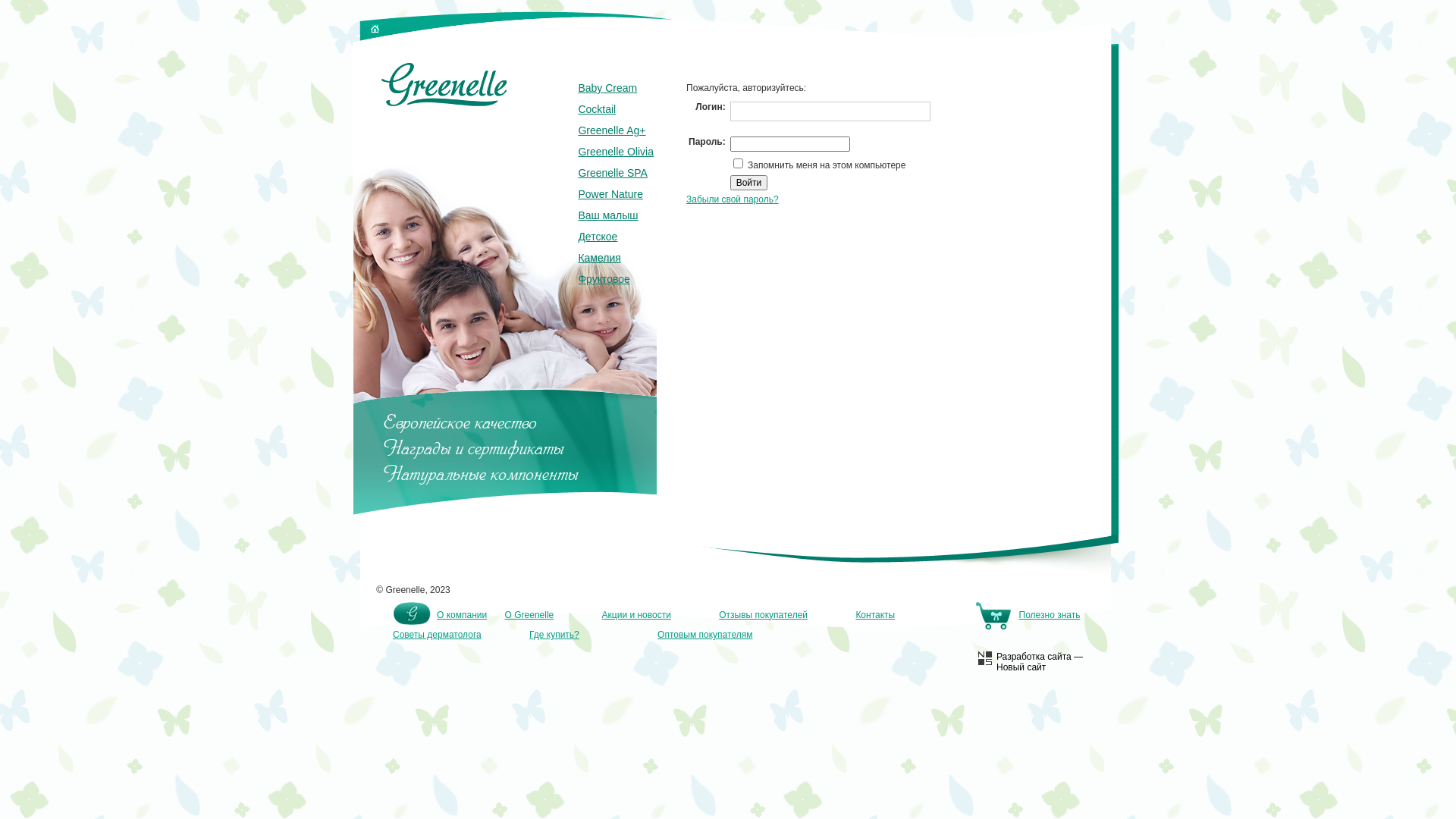 The image size is (1456, 819). Describe the element at coordinates (615, 193) in the screenshot. I see `'Power Nature'` at that location.